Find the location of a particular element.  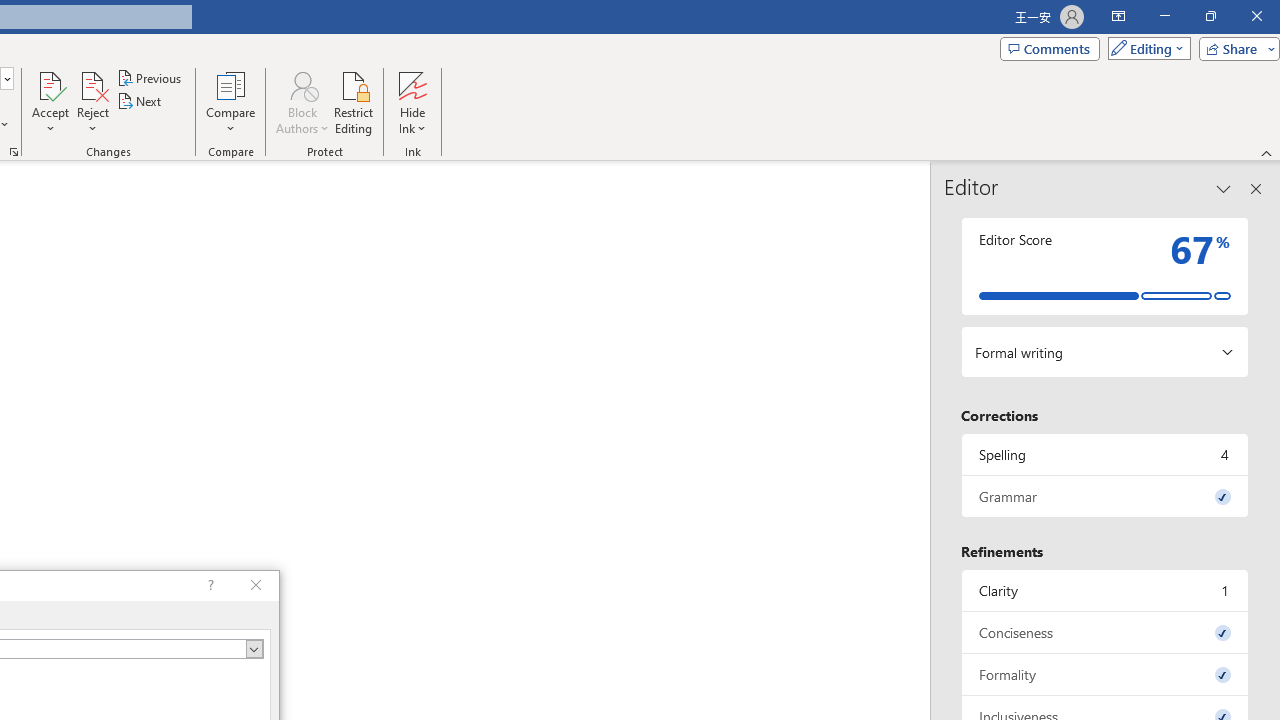

'Compare' is located at coordinates (231, 103).